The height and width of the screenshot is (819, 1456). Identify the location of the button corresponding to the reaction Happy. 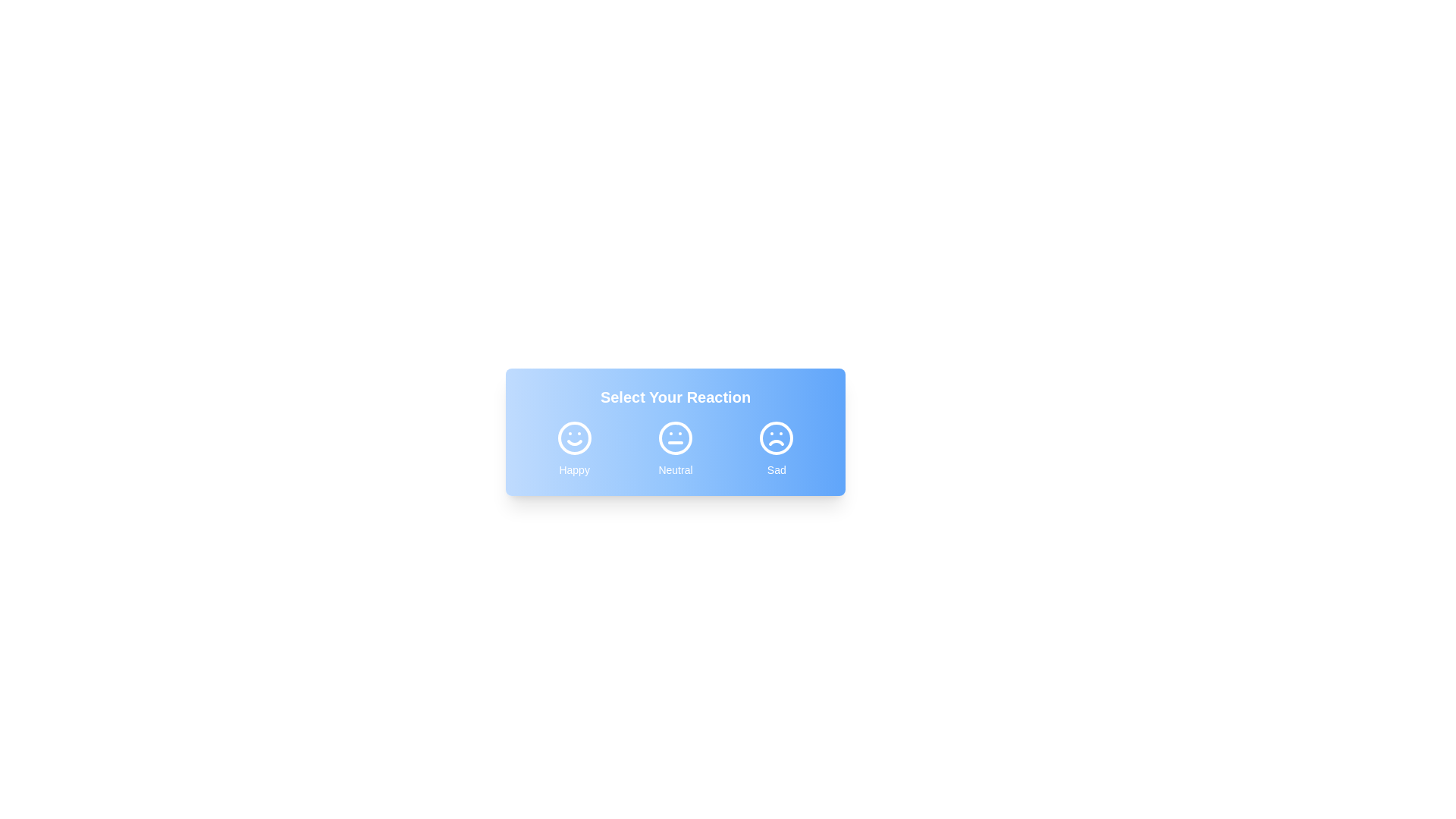
(573, 447).